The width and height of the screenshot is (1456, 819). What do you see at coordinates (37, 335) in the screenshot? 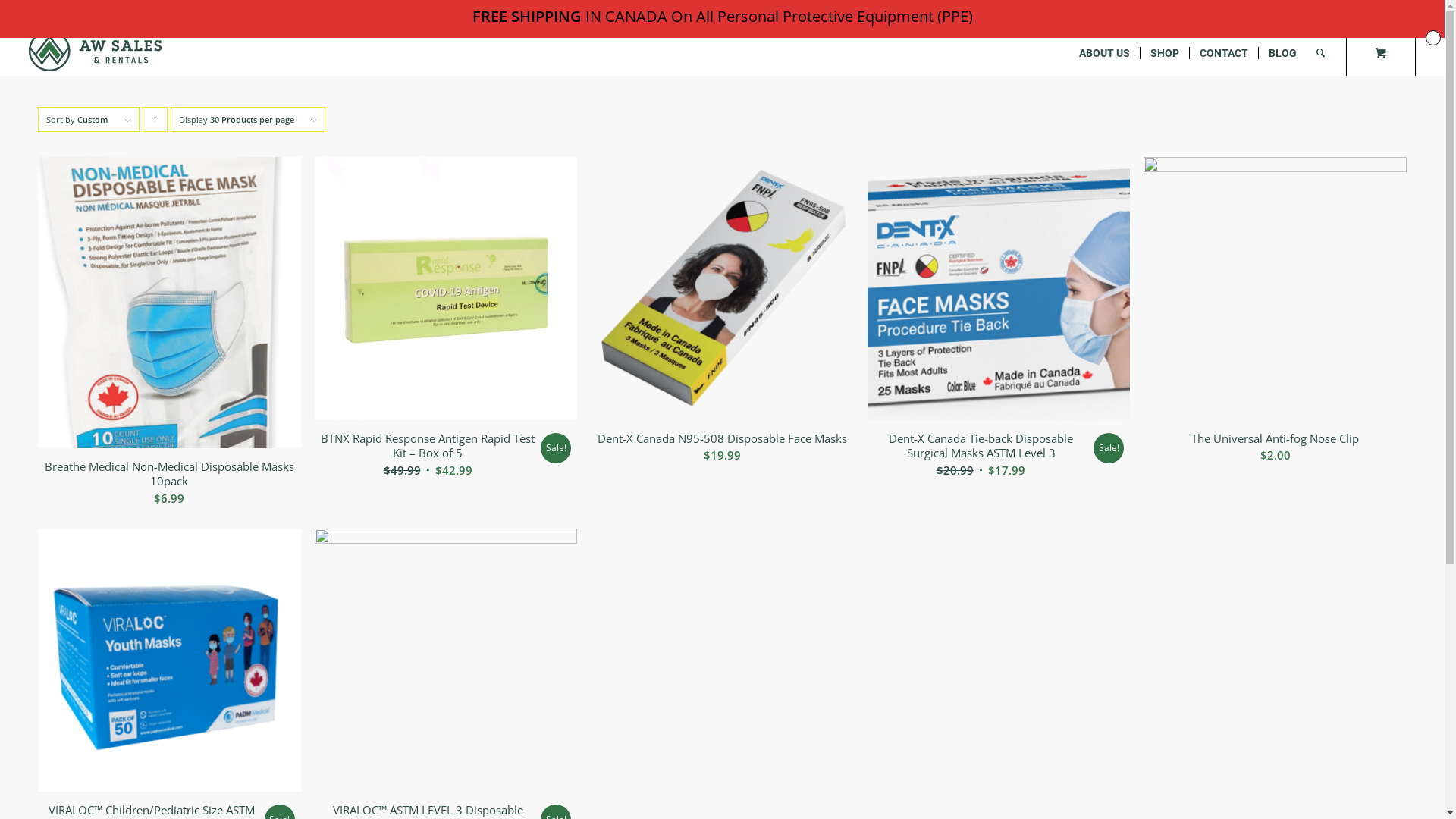
I see `'Breathe Medical Non-Medical Disposable Masks 10pack` at bounding box center [37, 335].